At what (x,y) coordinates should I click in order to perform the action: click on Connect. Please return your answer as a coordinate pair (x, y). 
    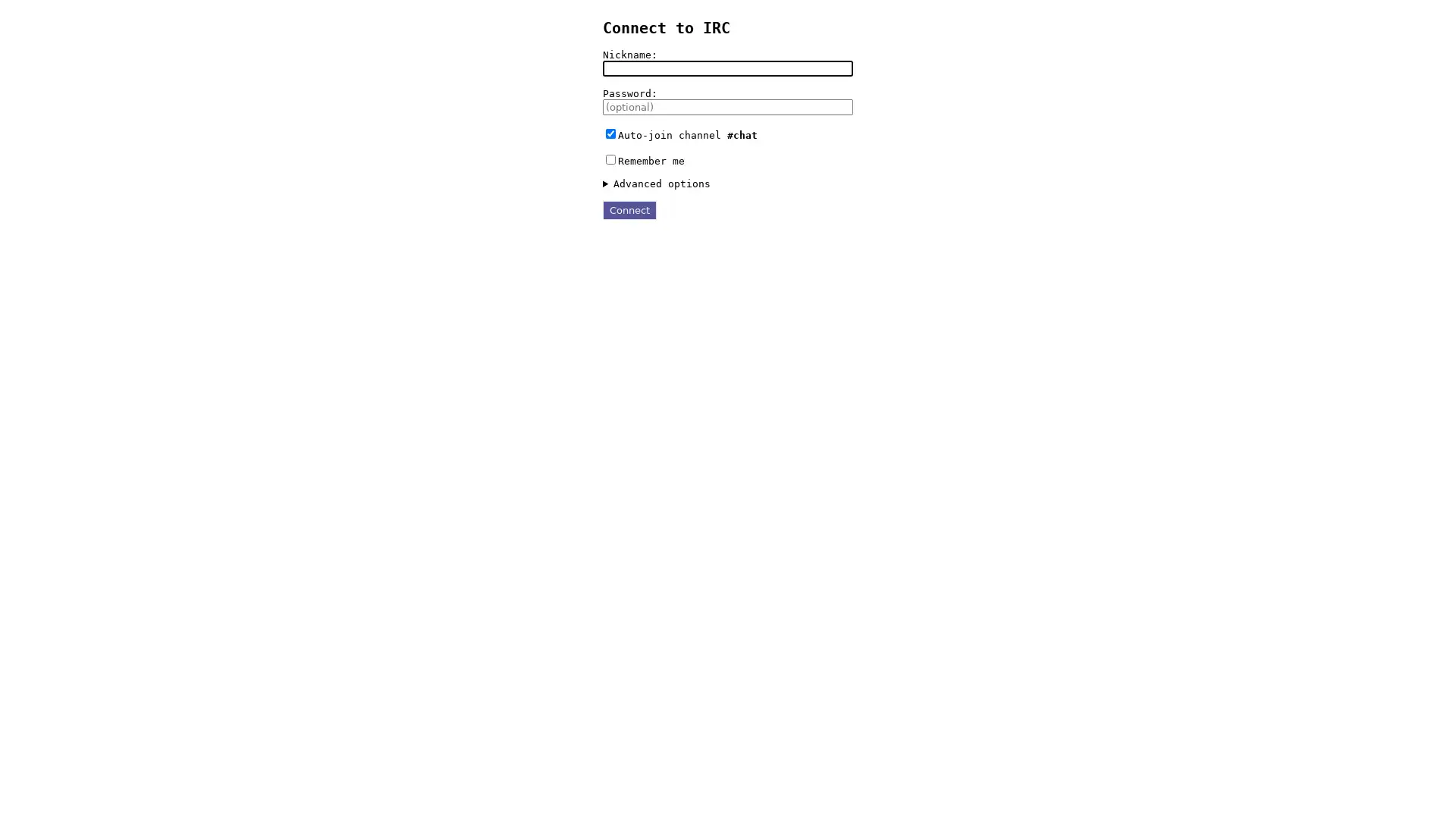
    Looking at the image, I should click on (629, 210).